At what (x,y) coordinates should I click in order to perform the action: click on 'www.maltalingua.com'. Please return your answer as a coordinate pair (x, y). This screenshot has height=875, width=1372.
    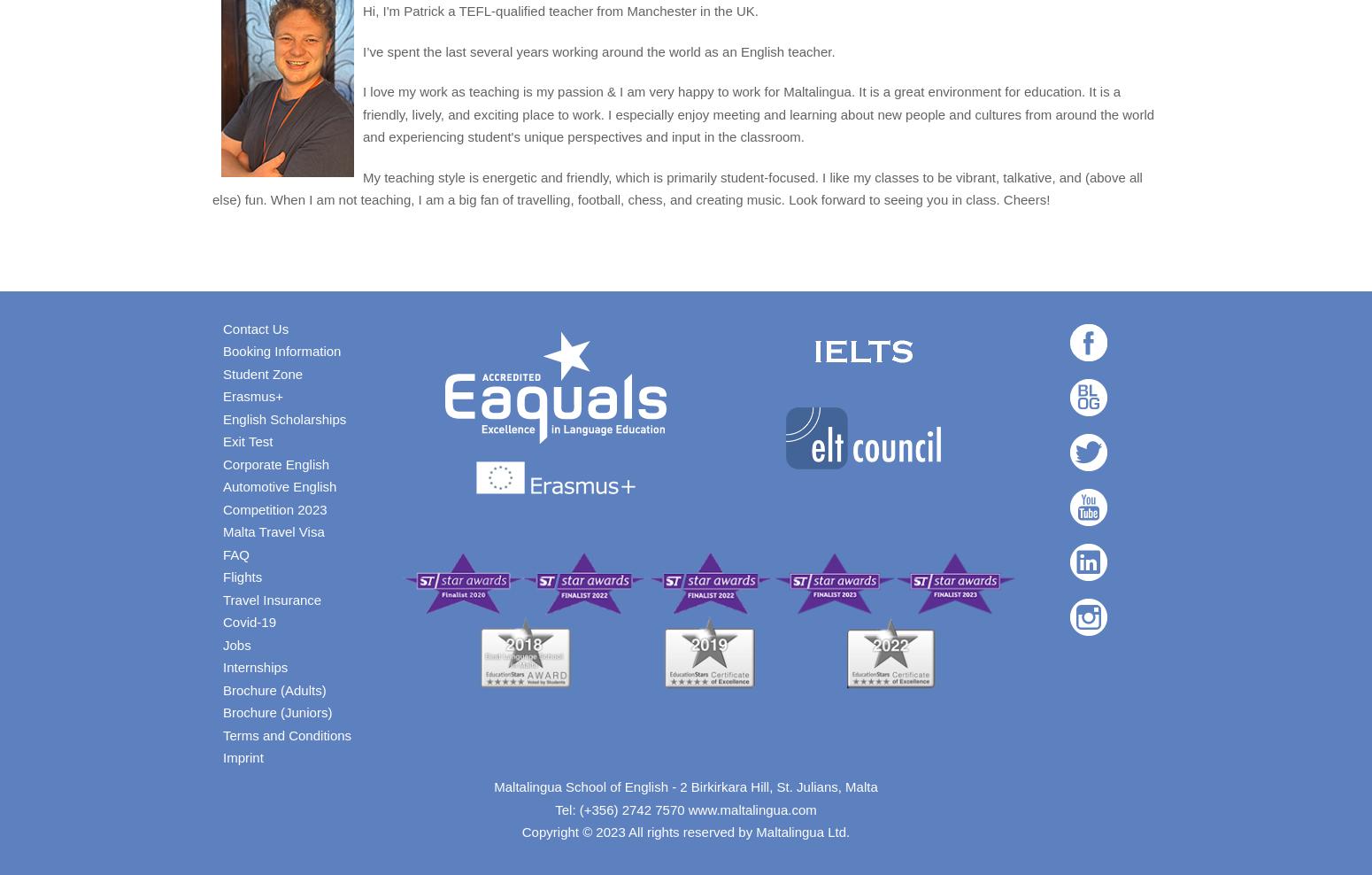
    Looking at the image, I should click on (751, 808).